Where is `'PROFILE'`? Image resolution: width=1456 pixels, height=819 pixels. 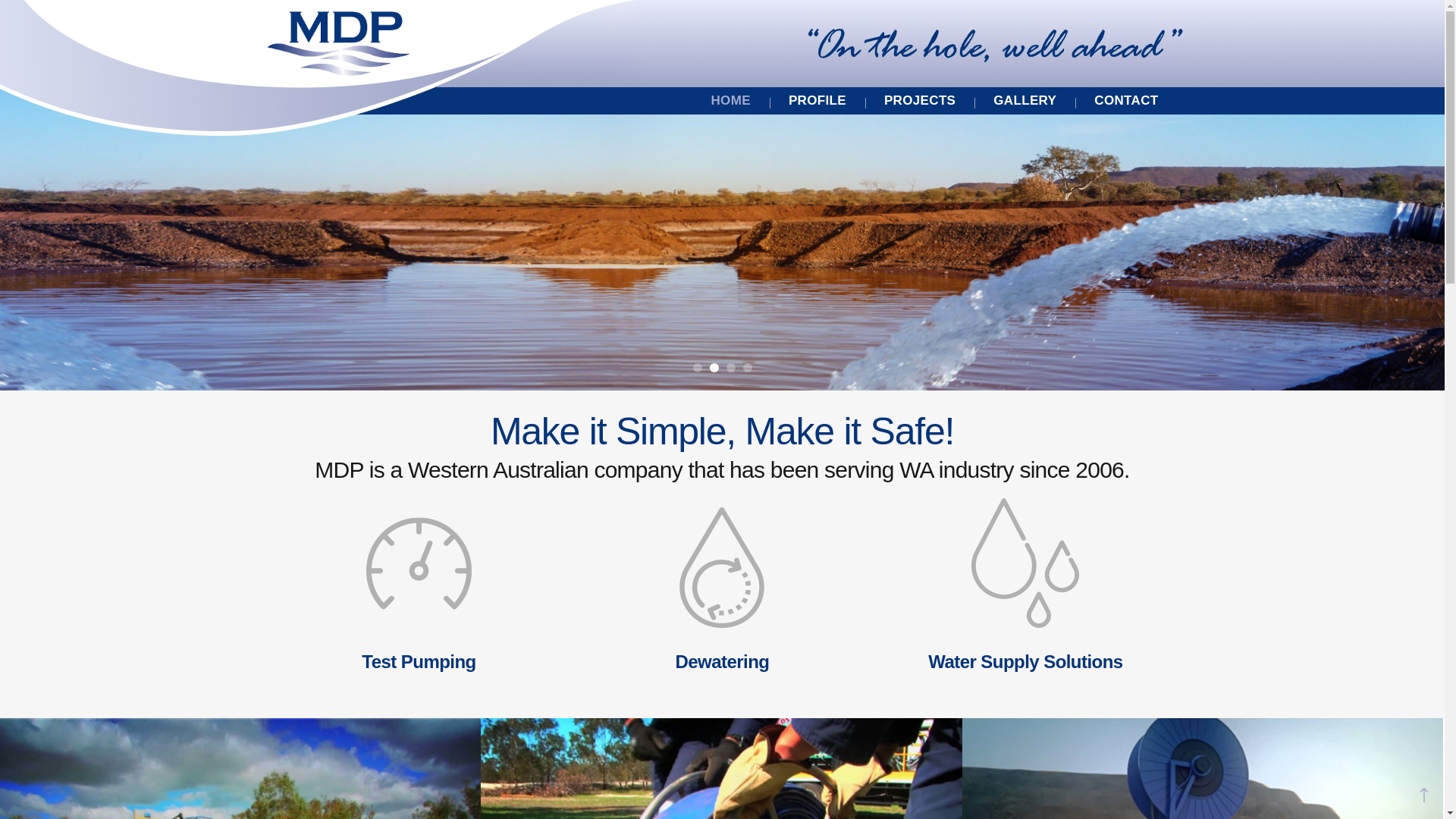 'PROFILE' is located at coordinates (817, 100).